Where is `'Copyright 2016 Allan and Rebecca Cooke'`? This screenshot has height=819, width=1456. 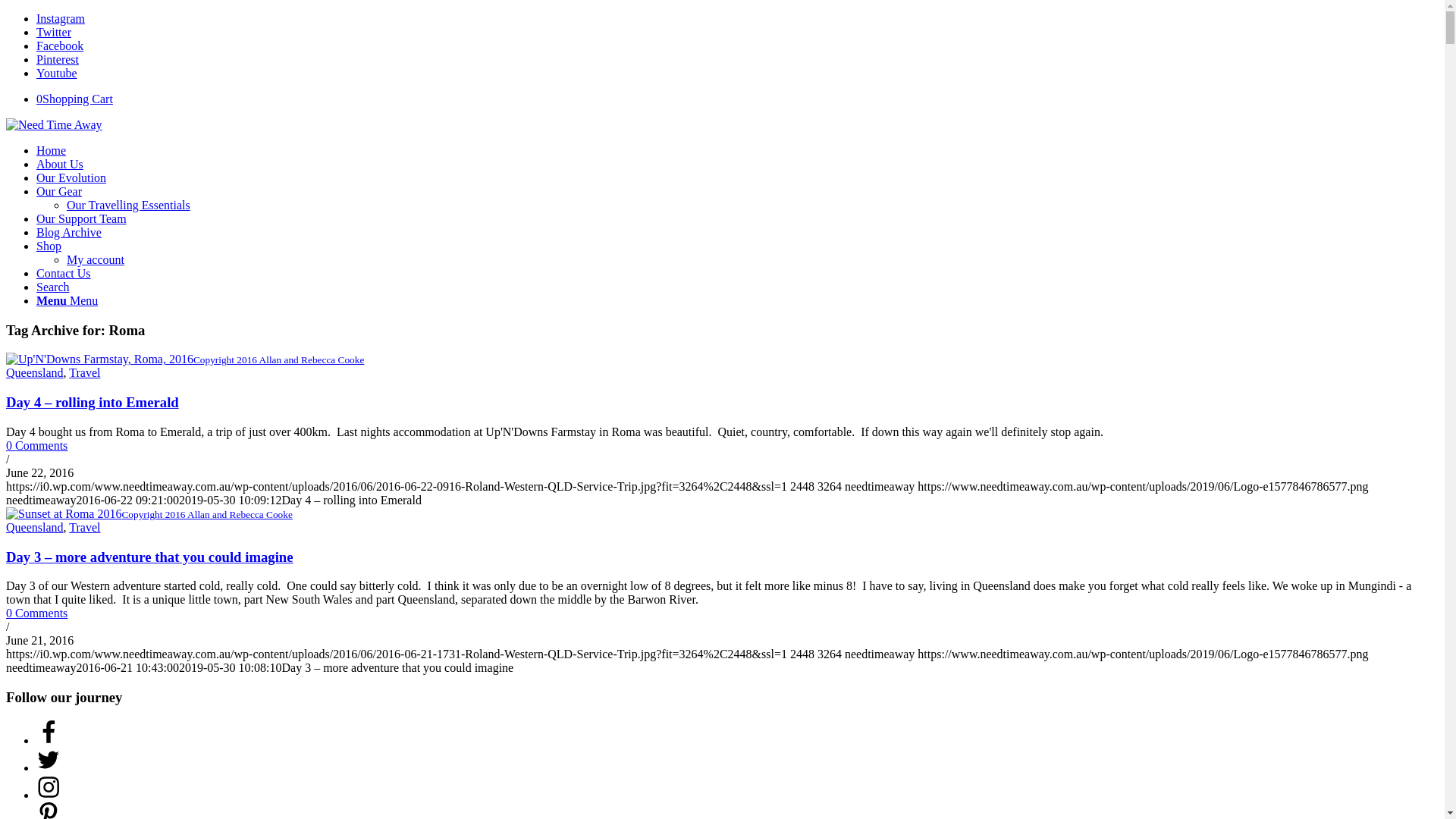 'Copyright 2016 Allan and Rebecca Cooke' is located at coordinates (149, 513).